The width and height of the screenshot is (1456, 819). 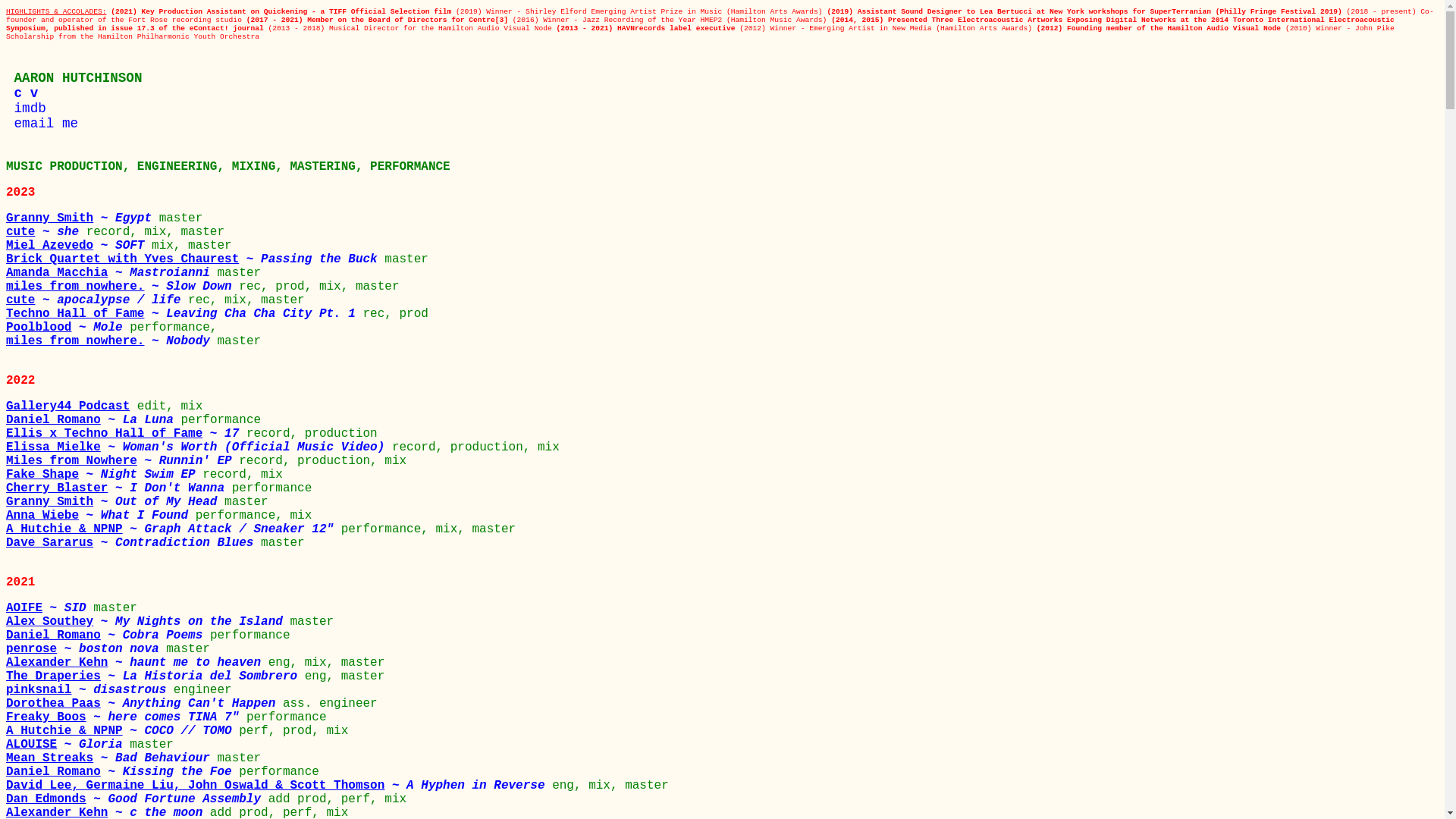 What do you see at coordinates (122, 730) in the screenshot?
I see `'A Hutchie & NPNP ~ COCO // TOMO'` at bounding box center [122, 730].